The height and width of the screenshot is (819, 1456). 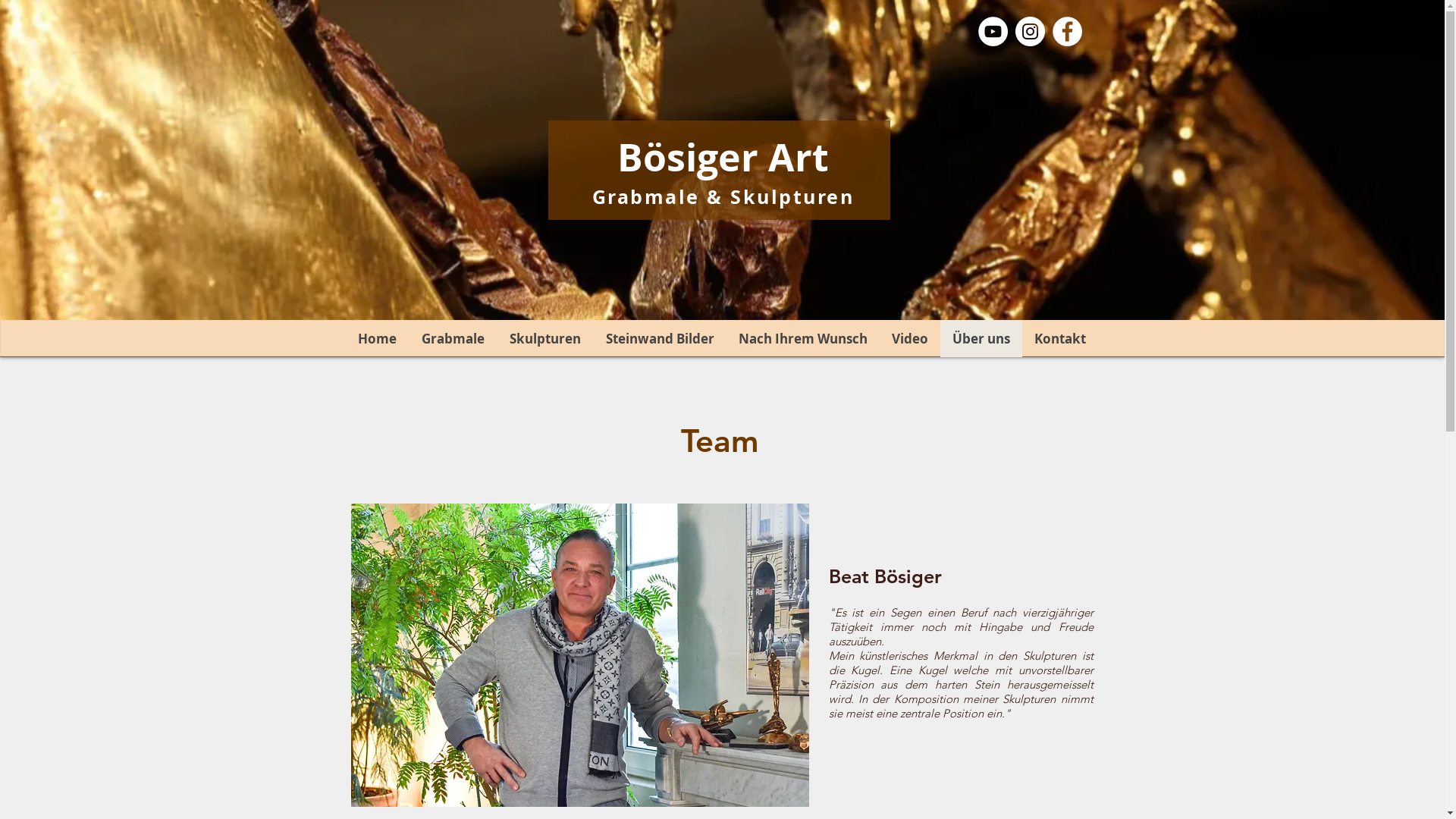 What do you see at coordinates (802, 337) in the screenshot?
I see `'Nach Ihrem Wunsch'` at bounding box center [802, 337].